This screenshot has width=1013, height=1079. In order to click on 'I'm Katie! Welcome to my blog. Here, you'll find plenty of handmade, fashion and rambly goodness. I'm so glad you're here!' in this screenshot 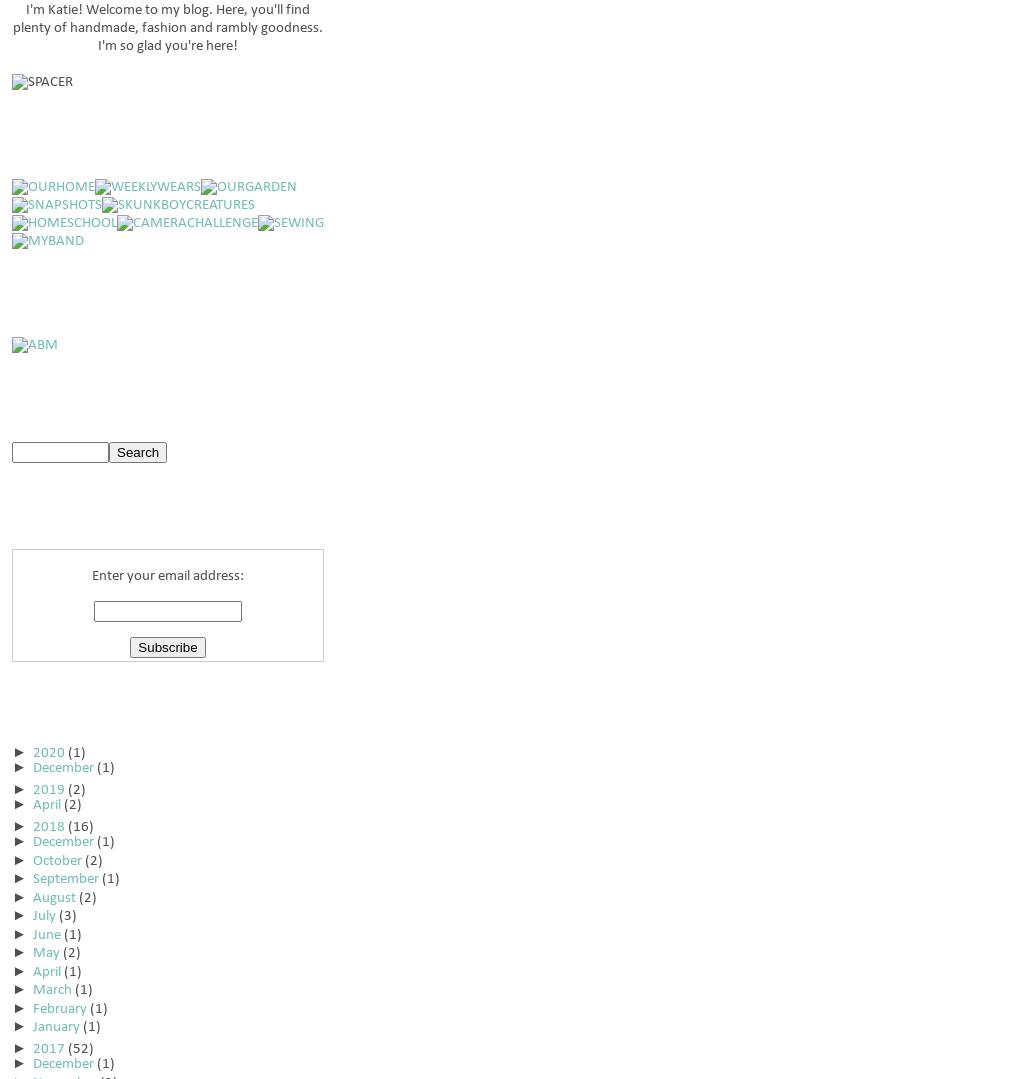, I will do `click(11, 28)`.